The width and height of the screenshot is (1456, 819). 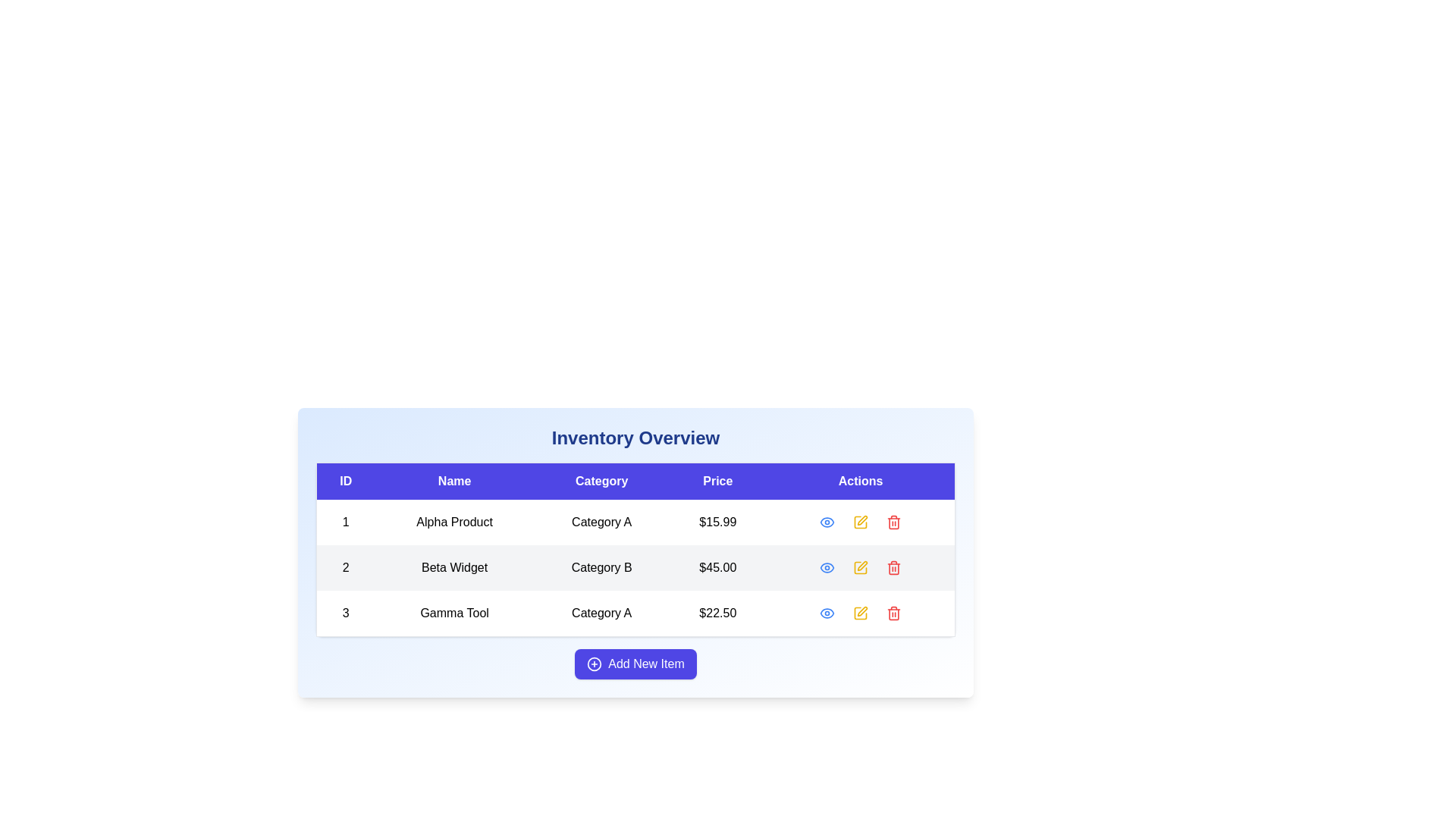 What do you see at coordinates (860, 522) in the screenshot?
I see `the editing button located in the 'Actions' column of the third row in the table for the 'Gamma Tool' item` at bounding box center [860, 522].